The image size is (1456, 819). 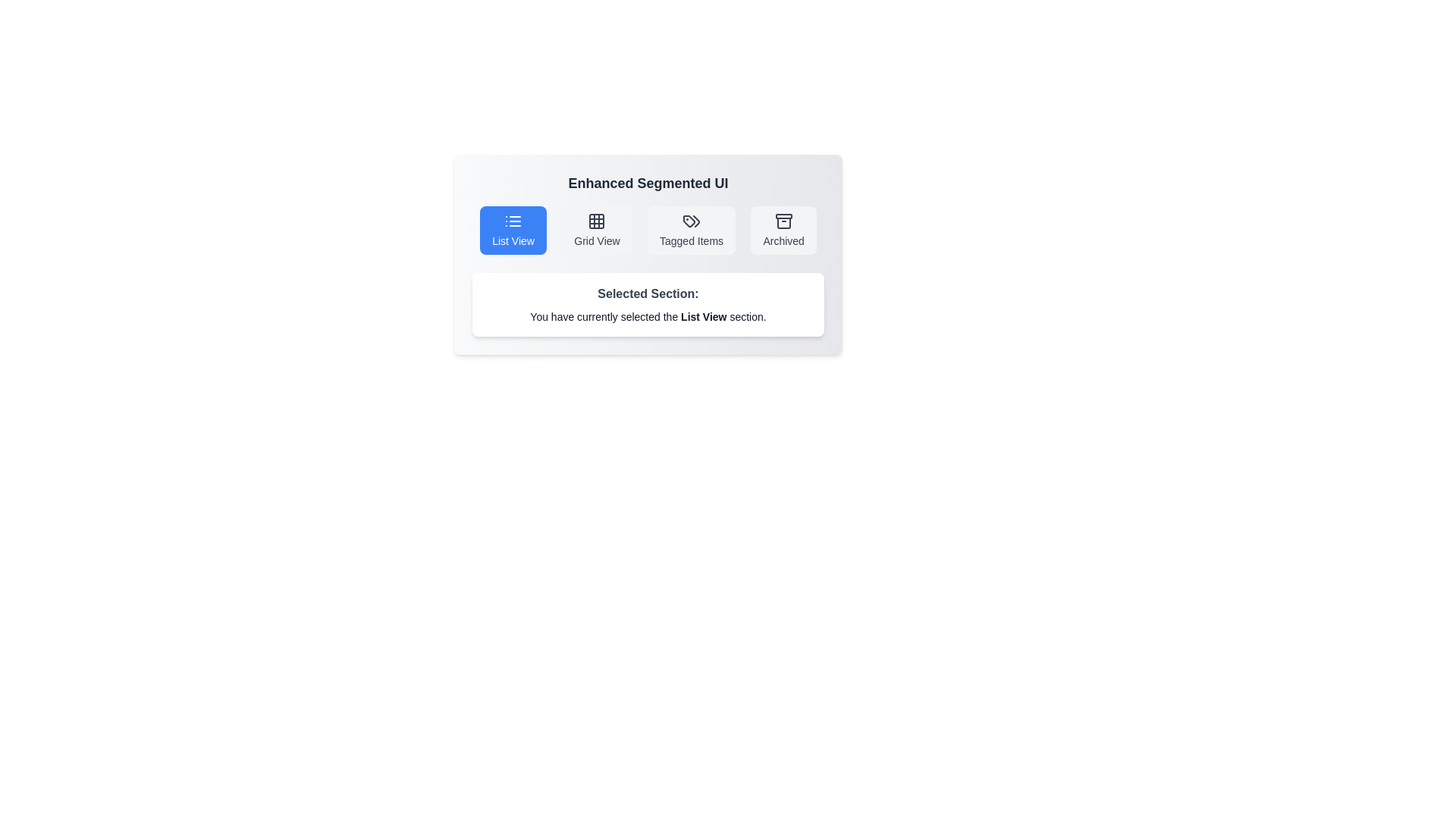 I want to click on the text label that indicates the archiving section, located below the archive box icon in the segmented control bar on the far right, so click(x=783, y=240).